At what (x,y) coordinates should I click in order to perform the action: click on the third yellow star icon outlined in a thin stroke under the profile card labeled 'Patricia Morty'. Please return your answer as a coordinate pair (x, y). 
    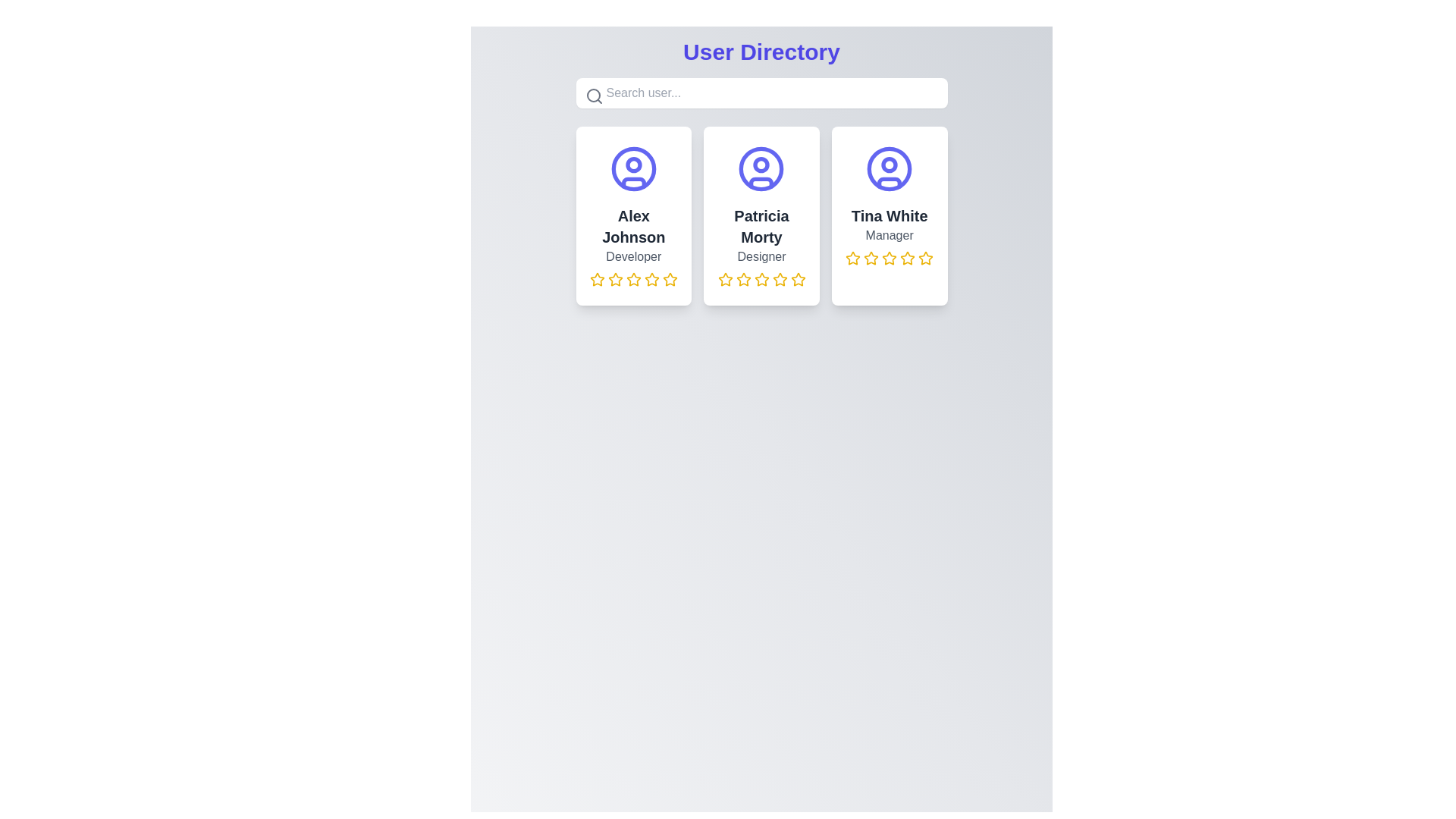
    Looking at the image, I should click on (761, 278).